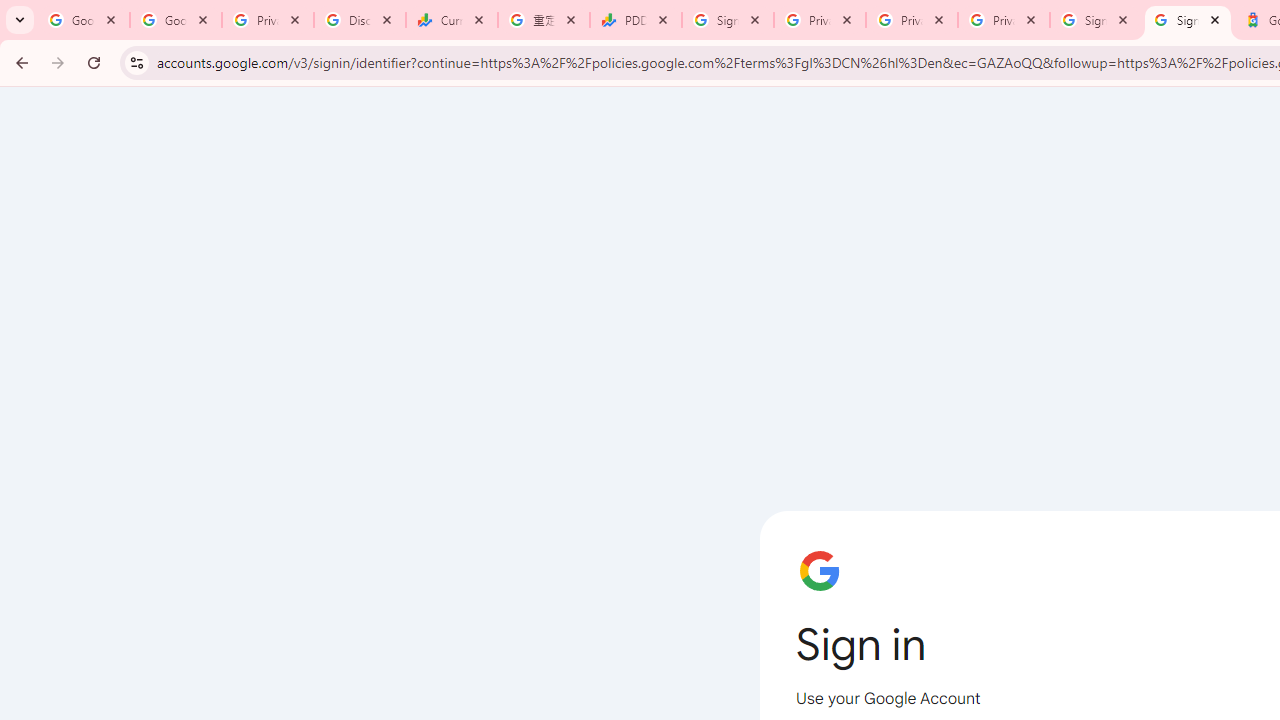  I want to click on 'PDD Holdings Inc - ADR (PDD) Price & News - Google Finance', so click(635, 20).